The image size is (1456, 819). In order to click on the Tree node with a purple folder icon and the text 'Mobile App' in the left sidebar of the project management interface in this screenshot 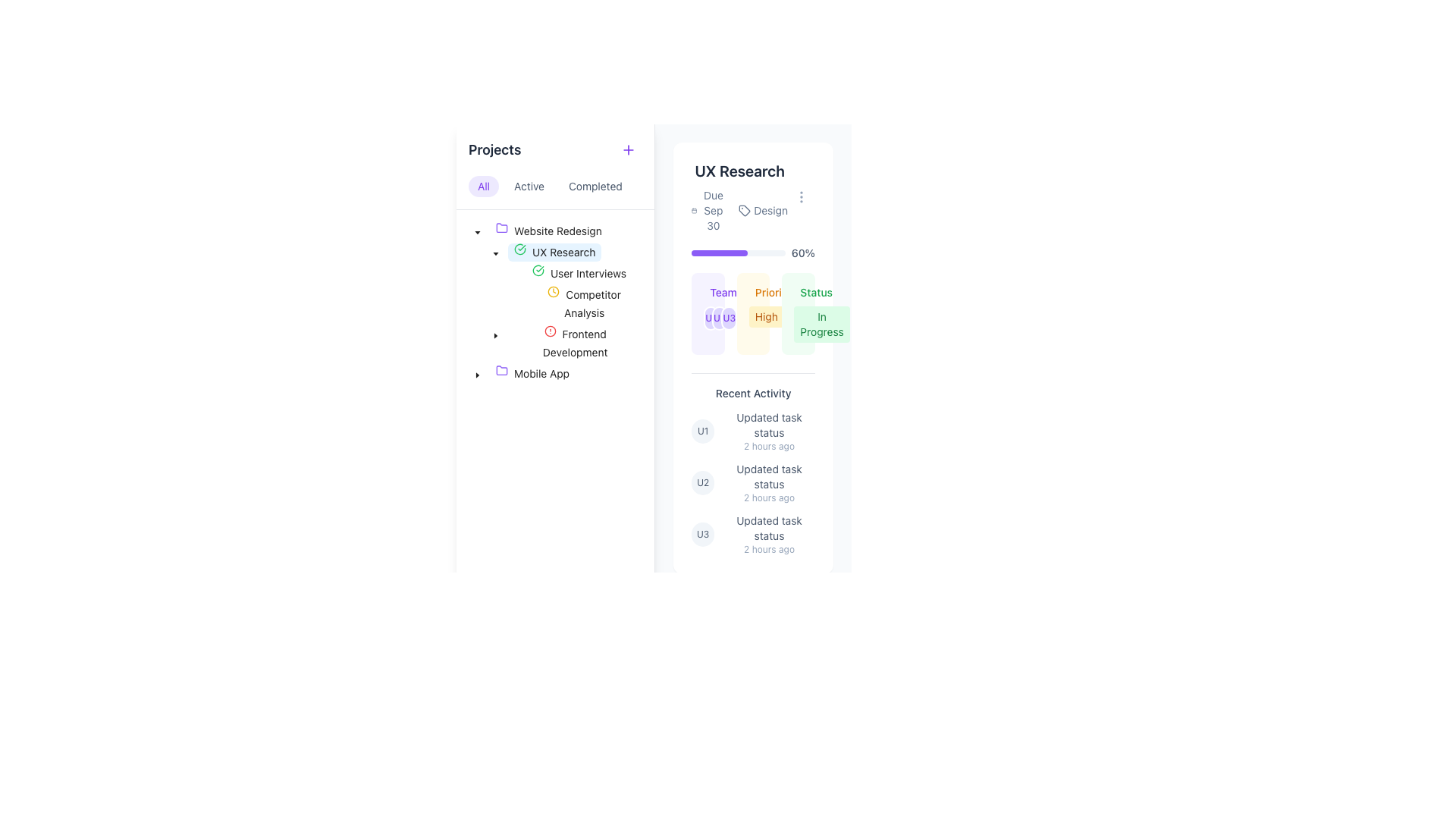, I will do `click(522, 374)`.